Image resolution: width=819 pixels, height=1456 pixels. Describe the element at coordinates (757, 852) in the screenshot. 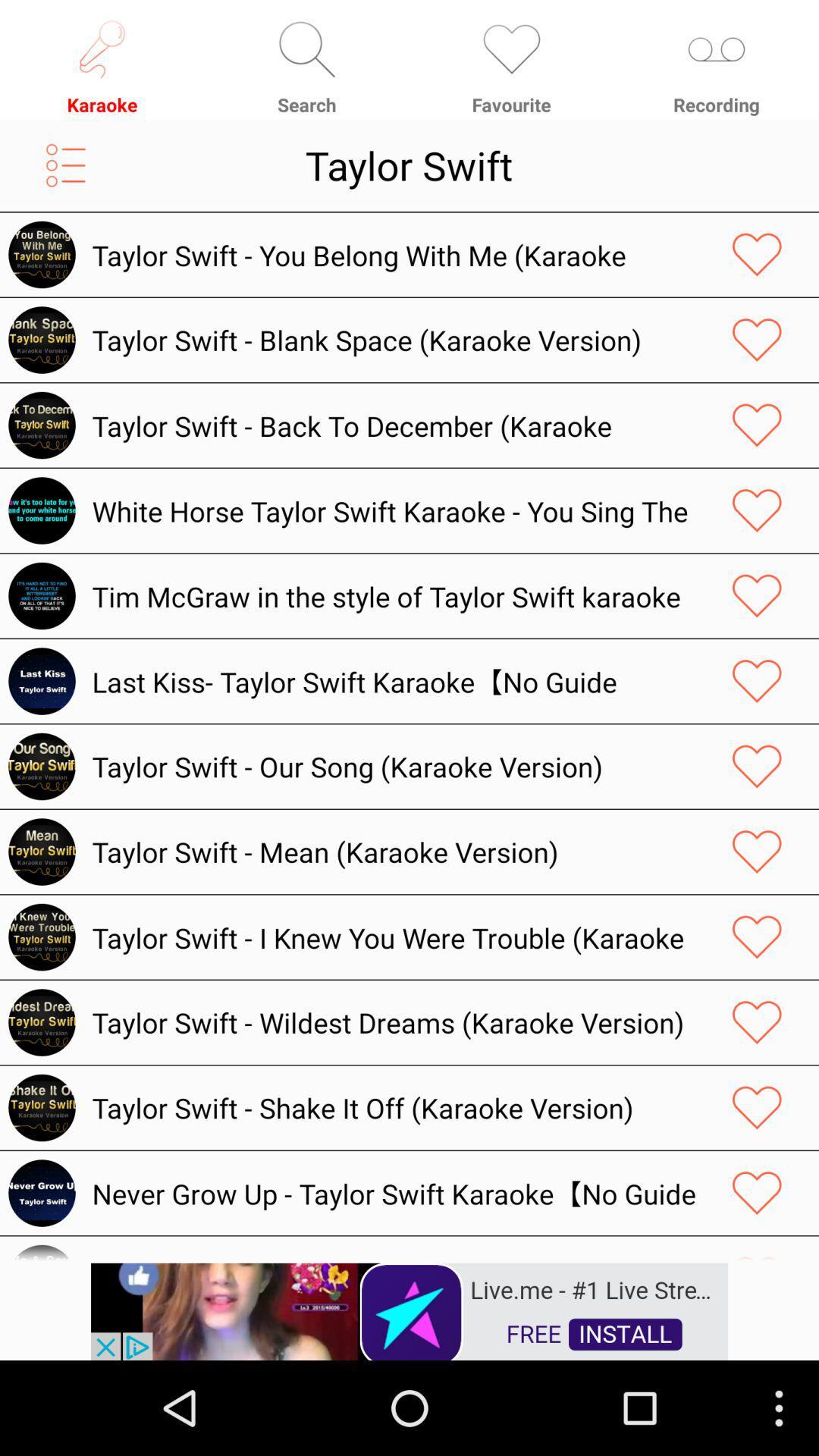

I see `like a music` at that location.